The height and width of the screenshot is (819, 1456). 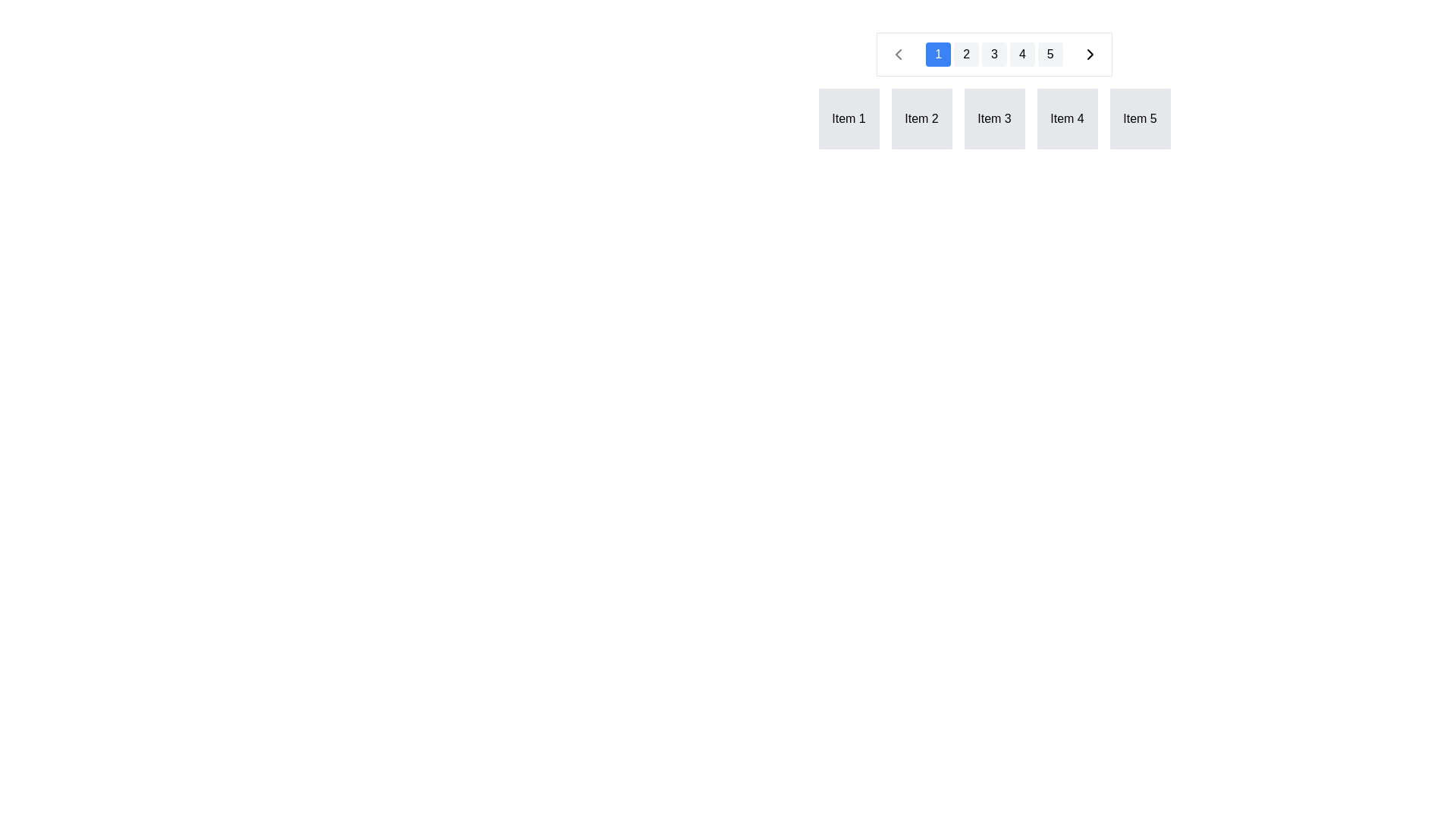 What do you see at coordinates (1089, 54) in the screenshot?
I see `the pagination control button located at the far right, adjacent to the '5' button` at bounding box center [1089, 54].